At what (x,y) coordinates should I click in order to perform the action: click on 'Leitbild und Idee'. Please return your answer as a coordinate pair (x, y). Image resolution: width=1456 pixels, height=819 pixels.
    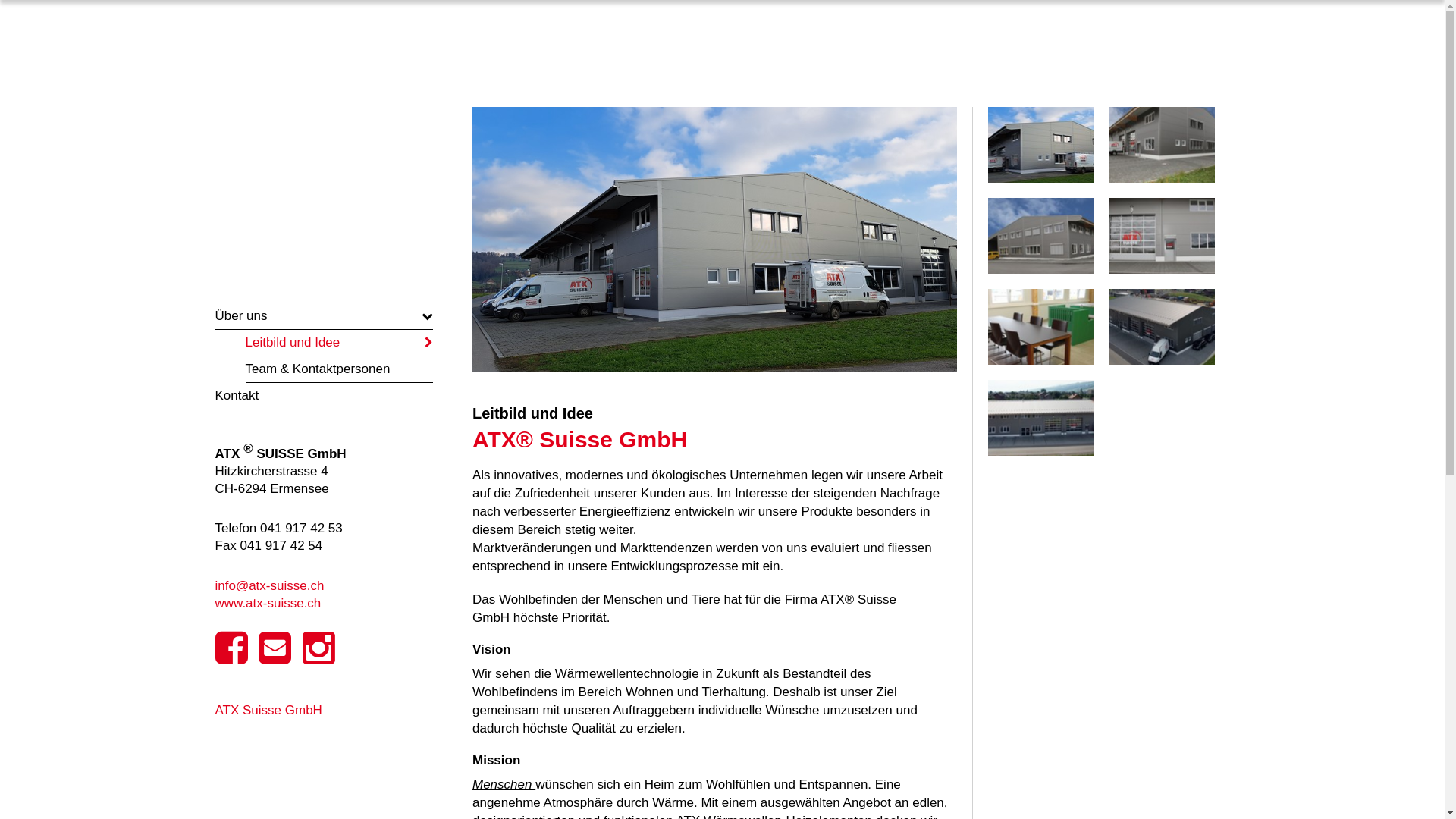
    Looking at the image, I should click on (338, 342).